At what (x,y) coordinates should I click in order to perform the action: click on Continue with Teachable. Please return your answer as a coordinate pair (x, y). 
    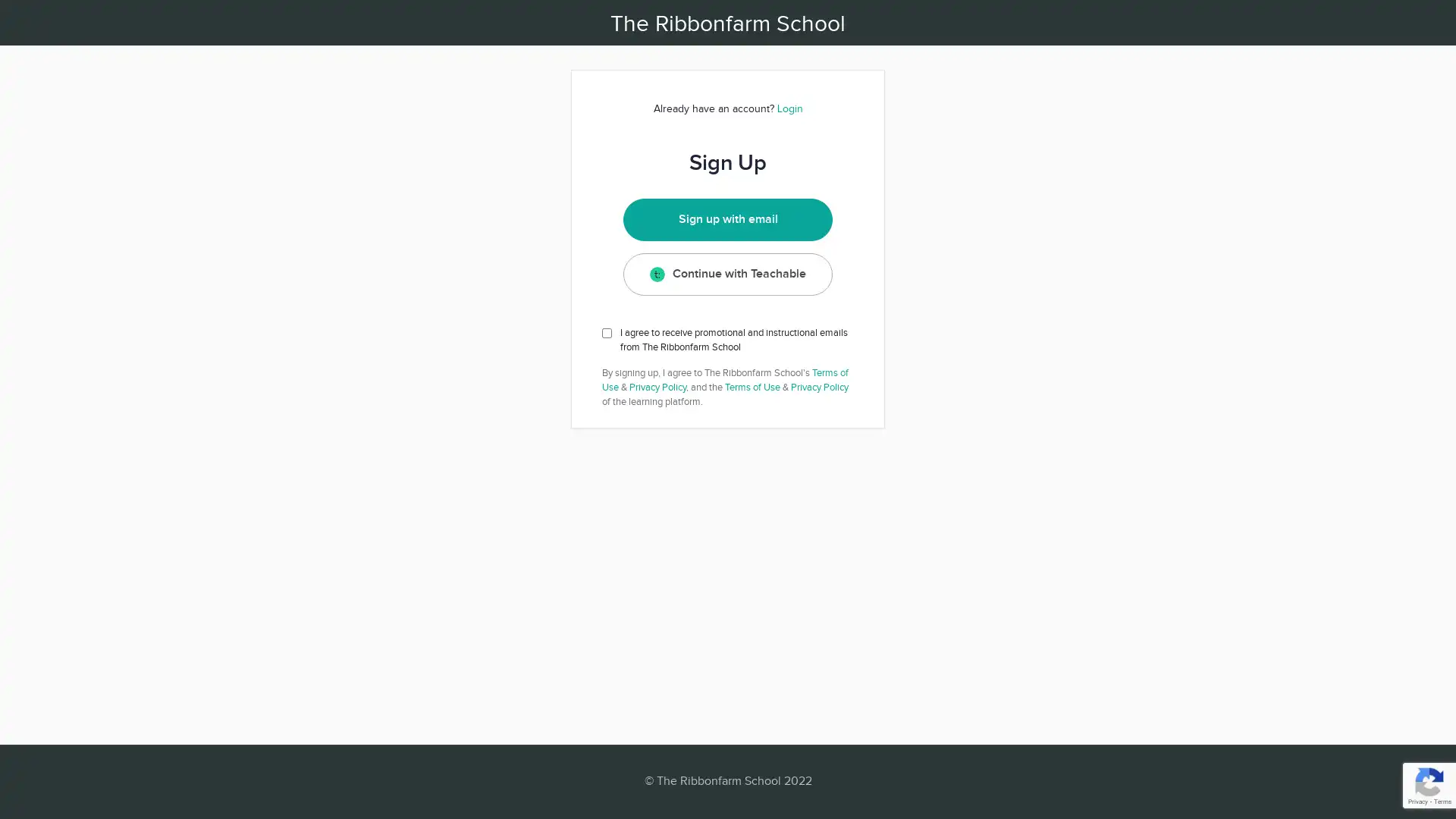
    Looking at the image, I should click on (726, 274).